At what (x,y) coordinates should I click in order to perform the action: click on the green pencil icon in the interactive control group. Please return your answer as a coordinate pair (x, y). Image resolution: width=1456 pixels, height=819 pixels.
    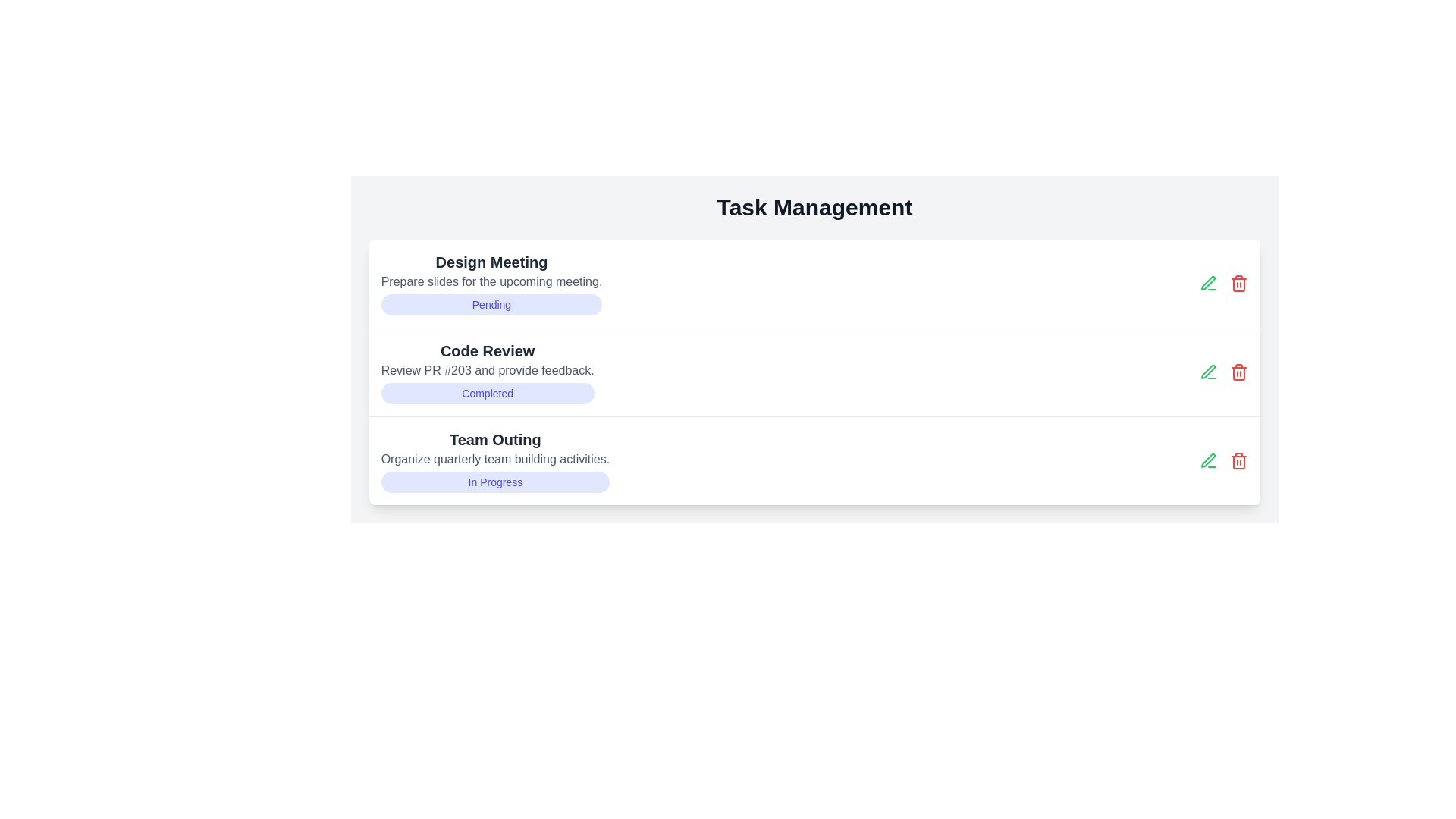
    Looking at the image, I should click on (1224, 460).